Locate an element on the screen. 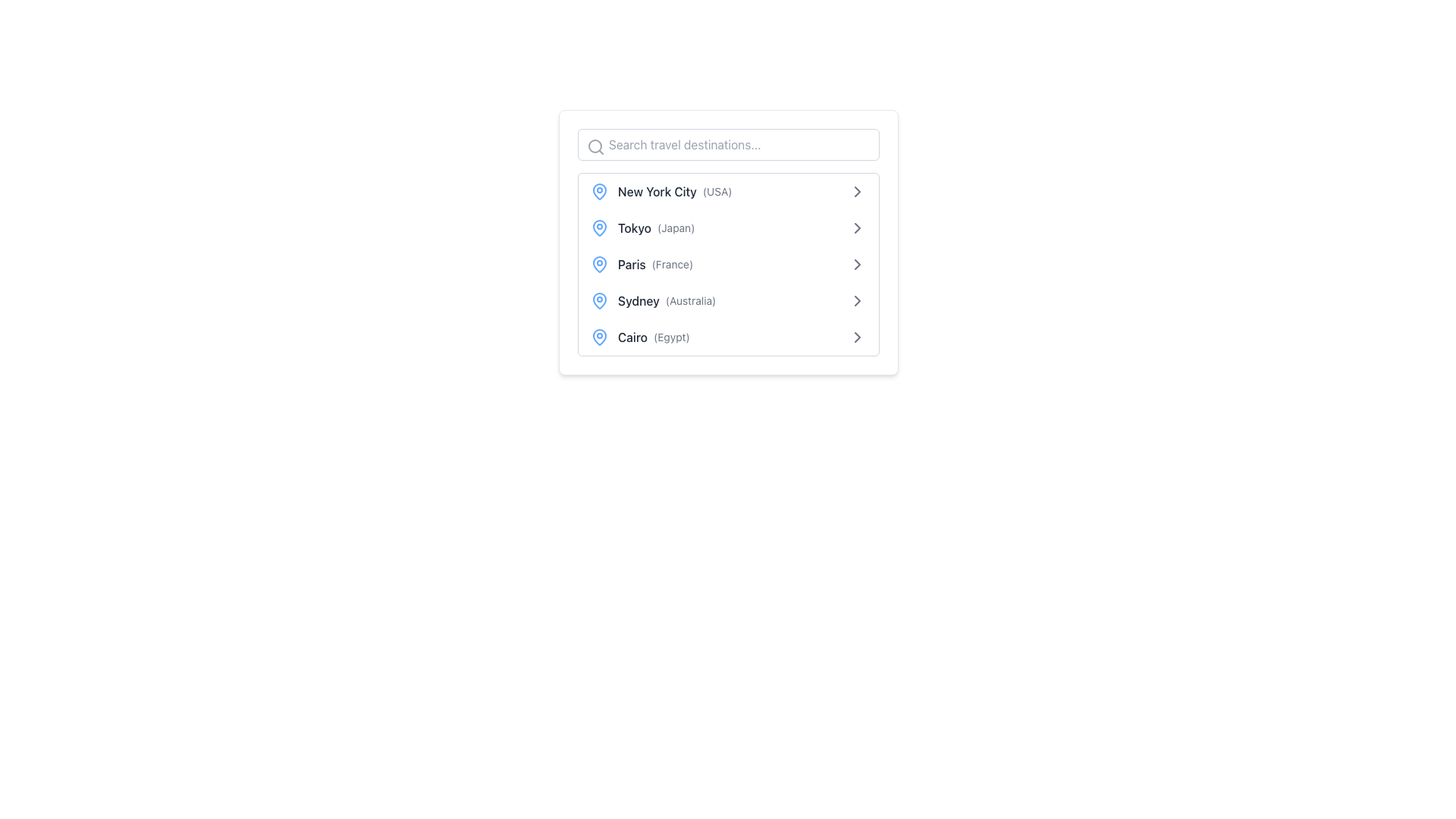 The width and height of the screenshot is (1456, 819). text label indicating the city name 'Sydney' located in the travel destinations list, positioned between a blue map pin icon and the text '(Australia)' is located at coordinates (639, 301).